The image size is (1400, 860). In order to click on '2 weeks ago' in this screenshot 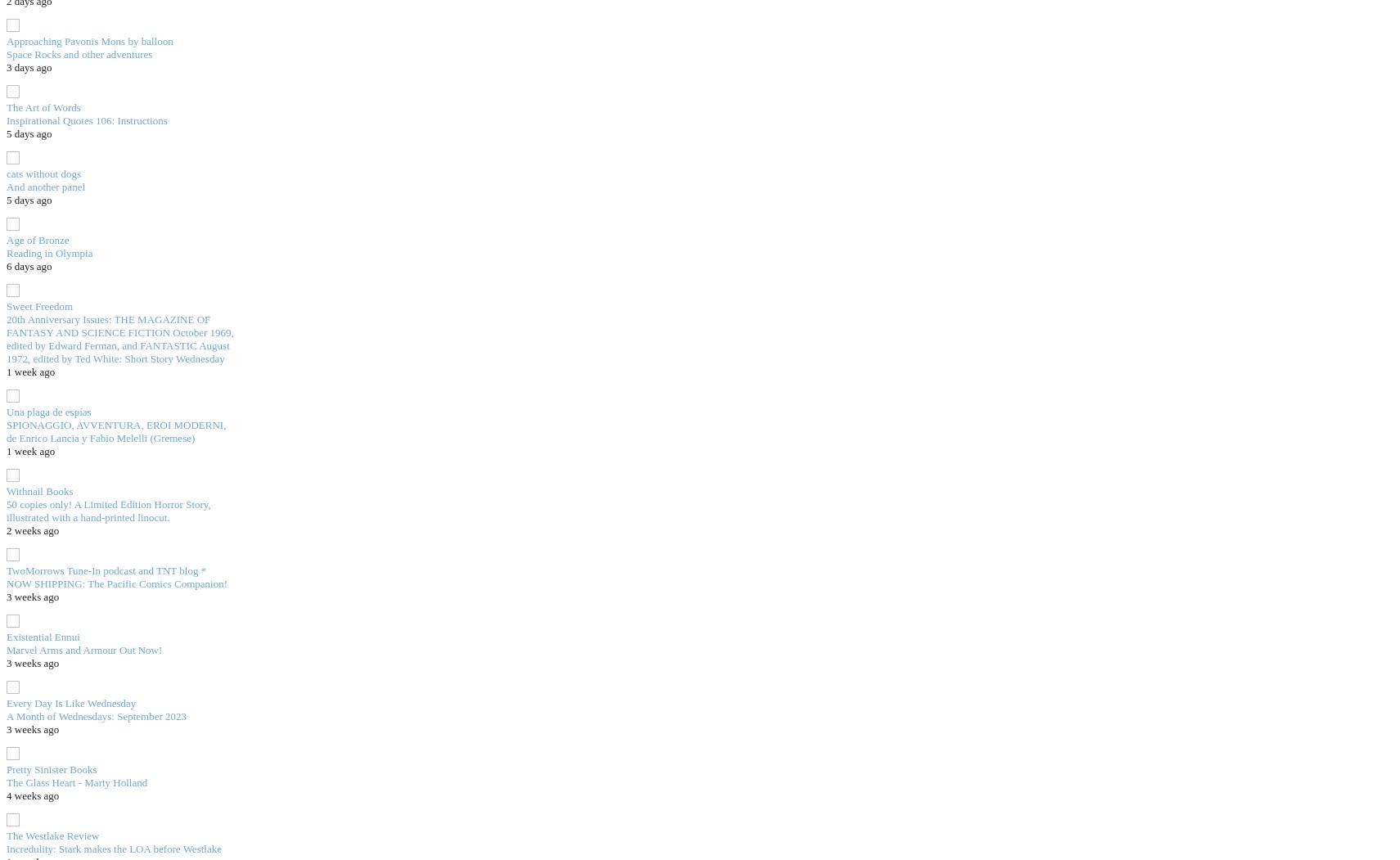, I will do `click(32, 529)`.